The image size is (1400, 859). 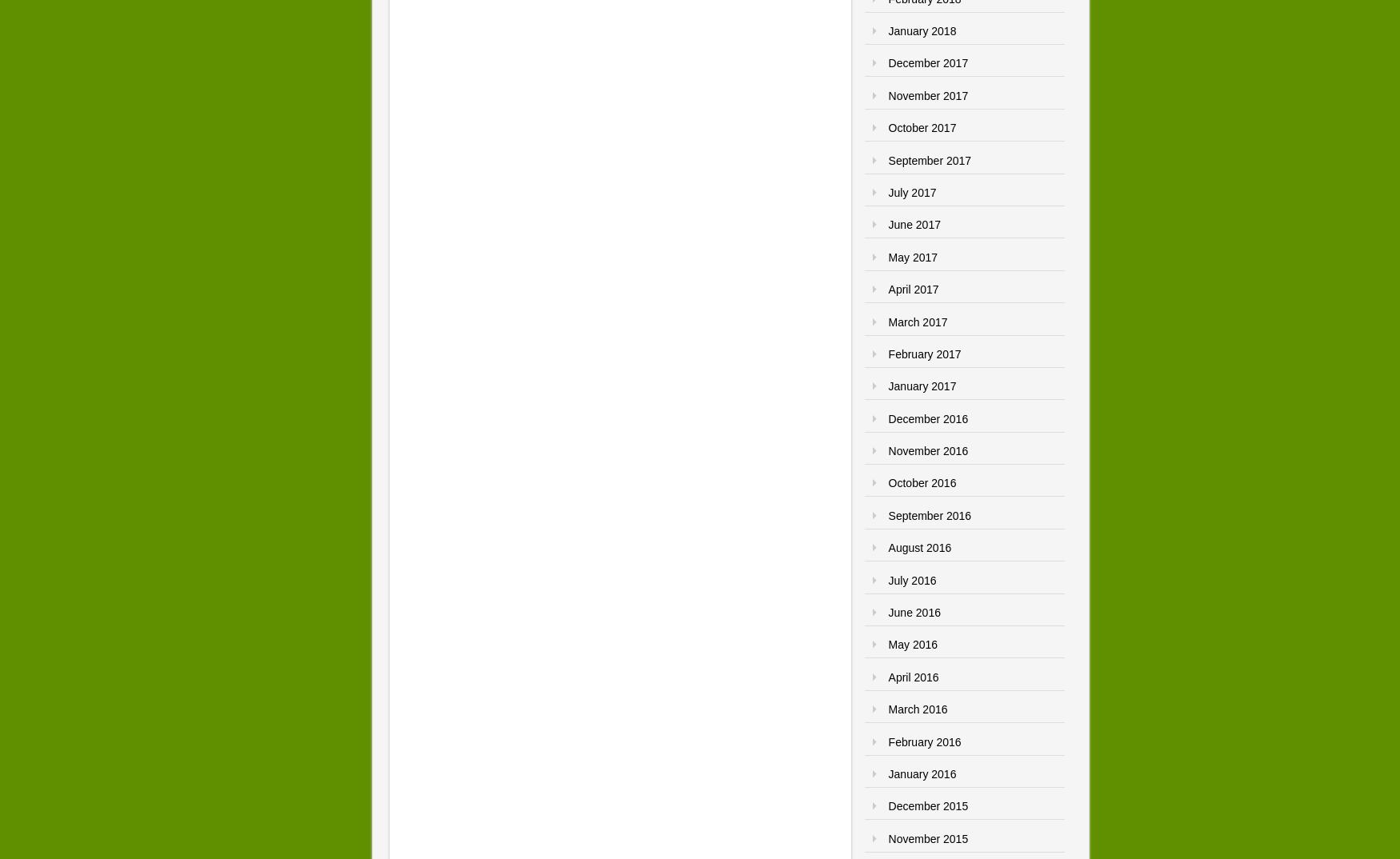 What do you see at coordinates (912, 676) in the screenshot?
I see `'April 2016'` at bounding box center [912, 676].